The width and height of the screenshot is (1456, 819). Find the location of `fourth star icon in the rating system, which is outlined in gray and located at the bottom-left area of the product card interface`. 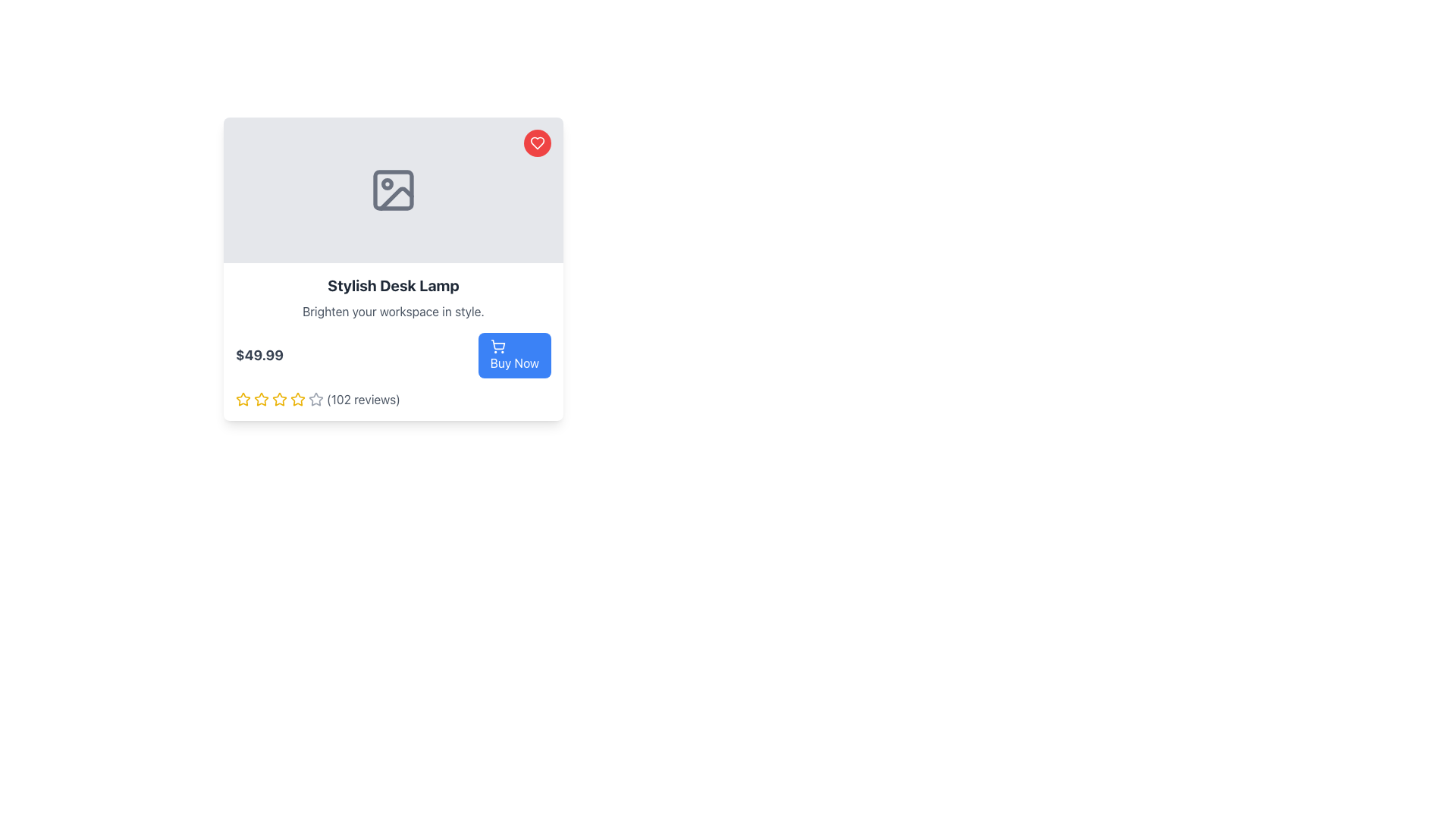

fourth star icon in the rating system, which is outlined in gray and located at the bottom-left area of the product card interface is located at coordinates (315, 398).